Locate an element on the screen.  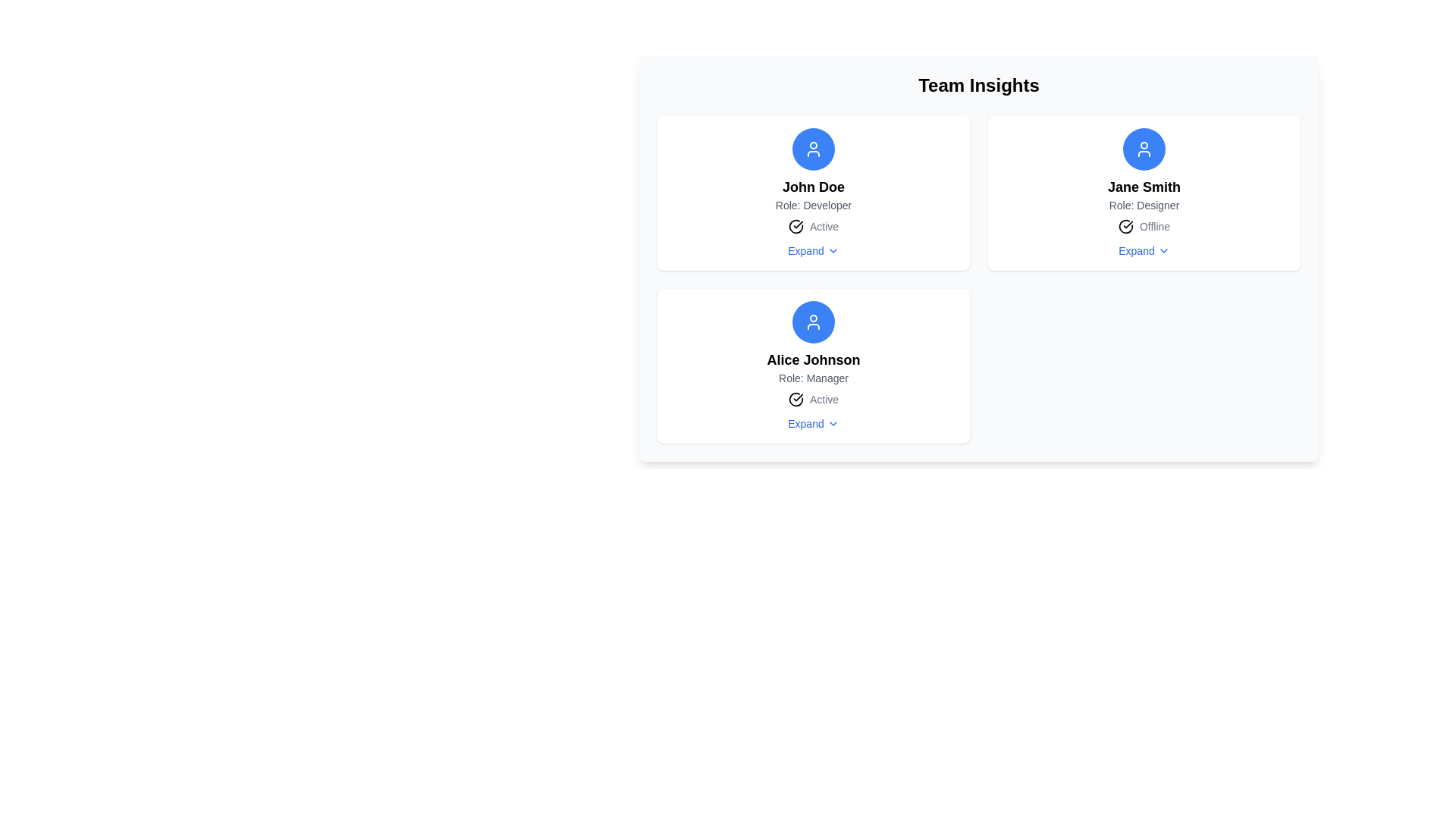
the interactive hyperlink for 'Jane Smith' located beneath the 'Offline' status indicator in the profile card is located at coordinates (1144, 250).